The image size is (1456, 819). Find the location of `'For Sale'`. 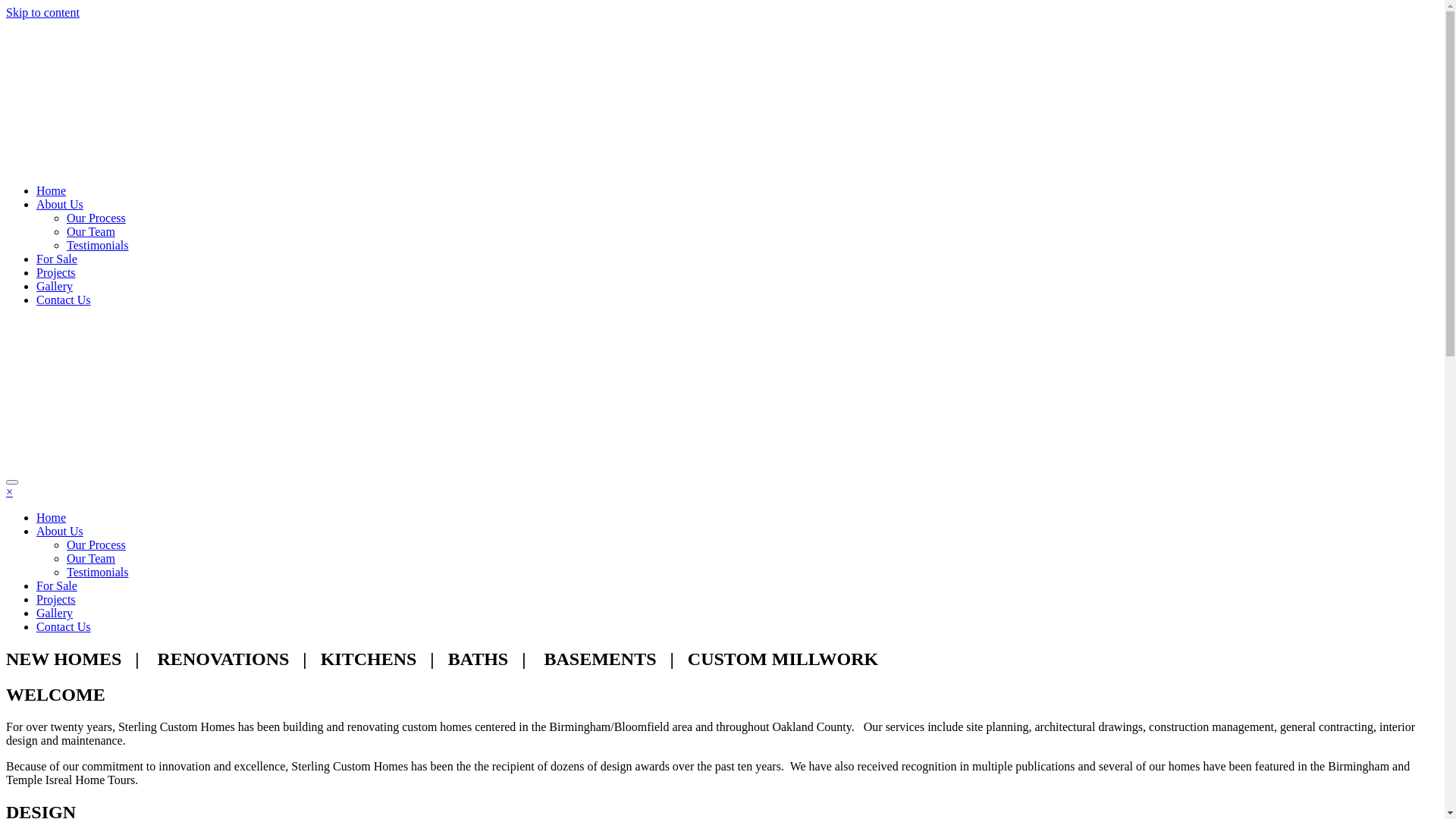

'For Sale' is located at coordinates (57, 258).